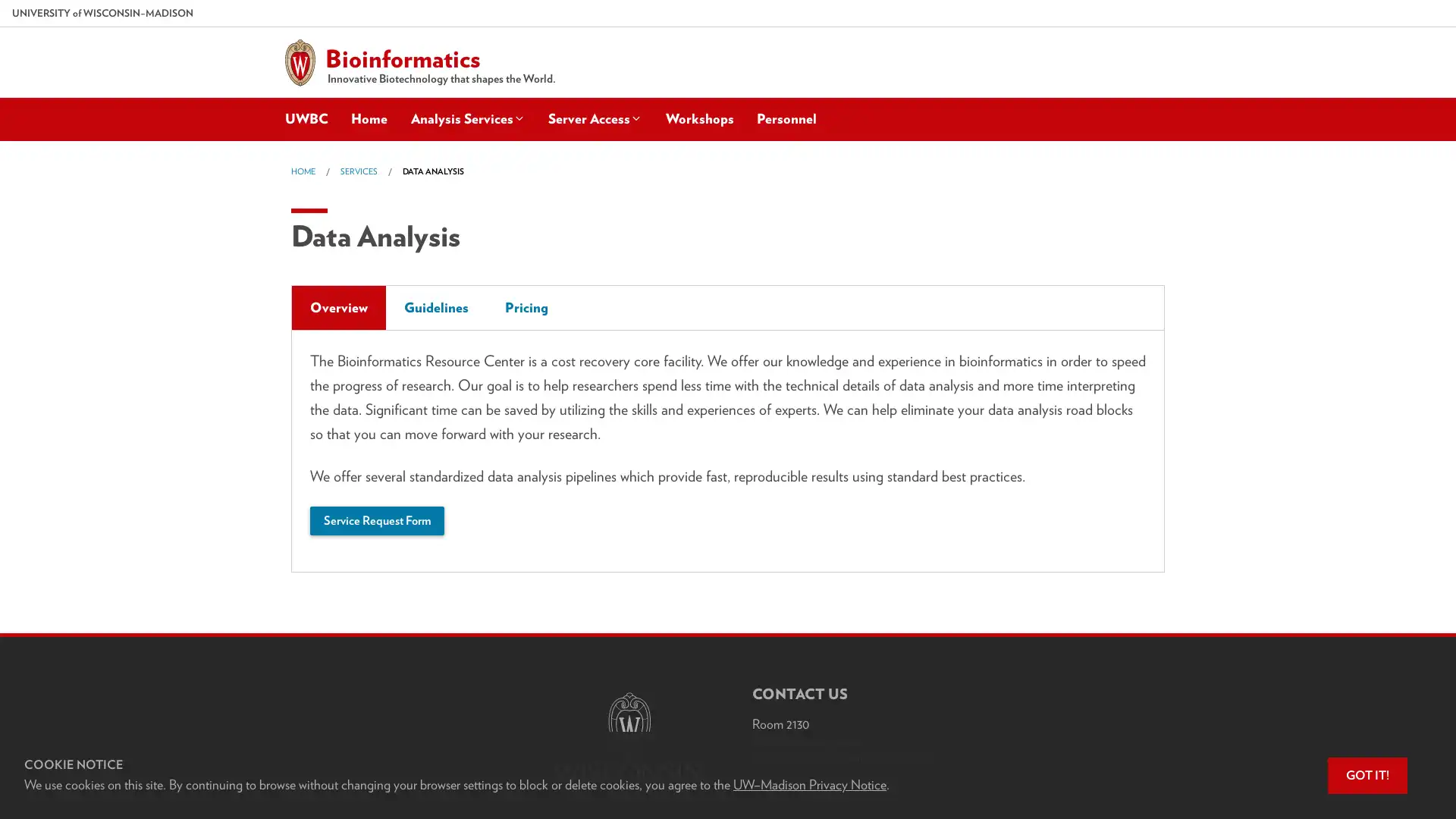  I want to click on Accept cookie notice, so click(1367, 775).